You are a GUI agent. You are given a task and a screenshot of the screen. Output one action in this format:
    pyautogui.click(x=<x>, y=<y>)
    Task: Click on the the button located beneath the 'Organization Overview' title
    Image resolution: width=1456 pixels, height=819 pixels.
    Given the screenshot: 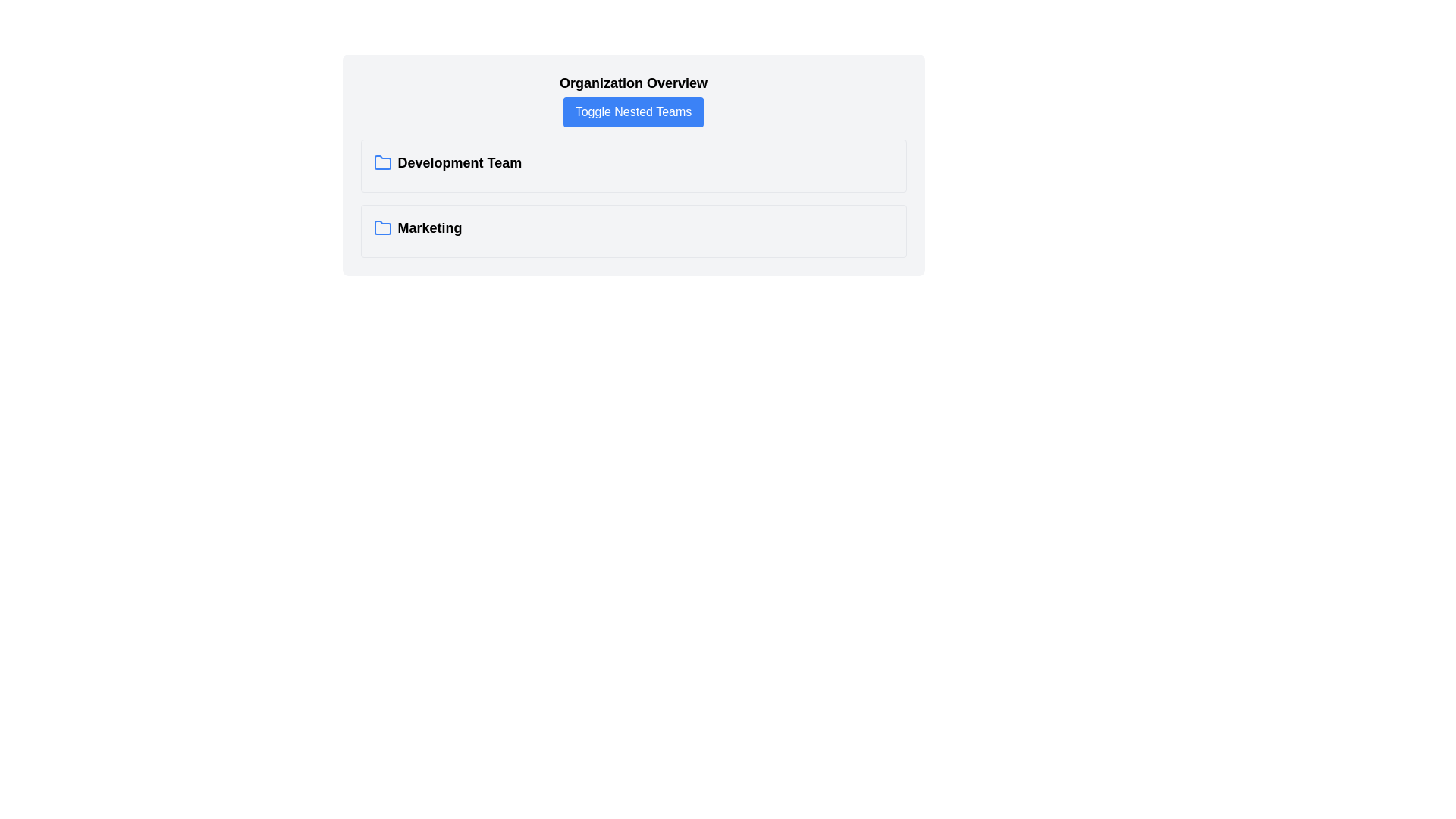 What is the action you would take?
    pyautogui.click(x=633, y=111)
    